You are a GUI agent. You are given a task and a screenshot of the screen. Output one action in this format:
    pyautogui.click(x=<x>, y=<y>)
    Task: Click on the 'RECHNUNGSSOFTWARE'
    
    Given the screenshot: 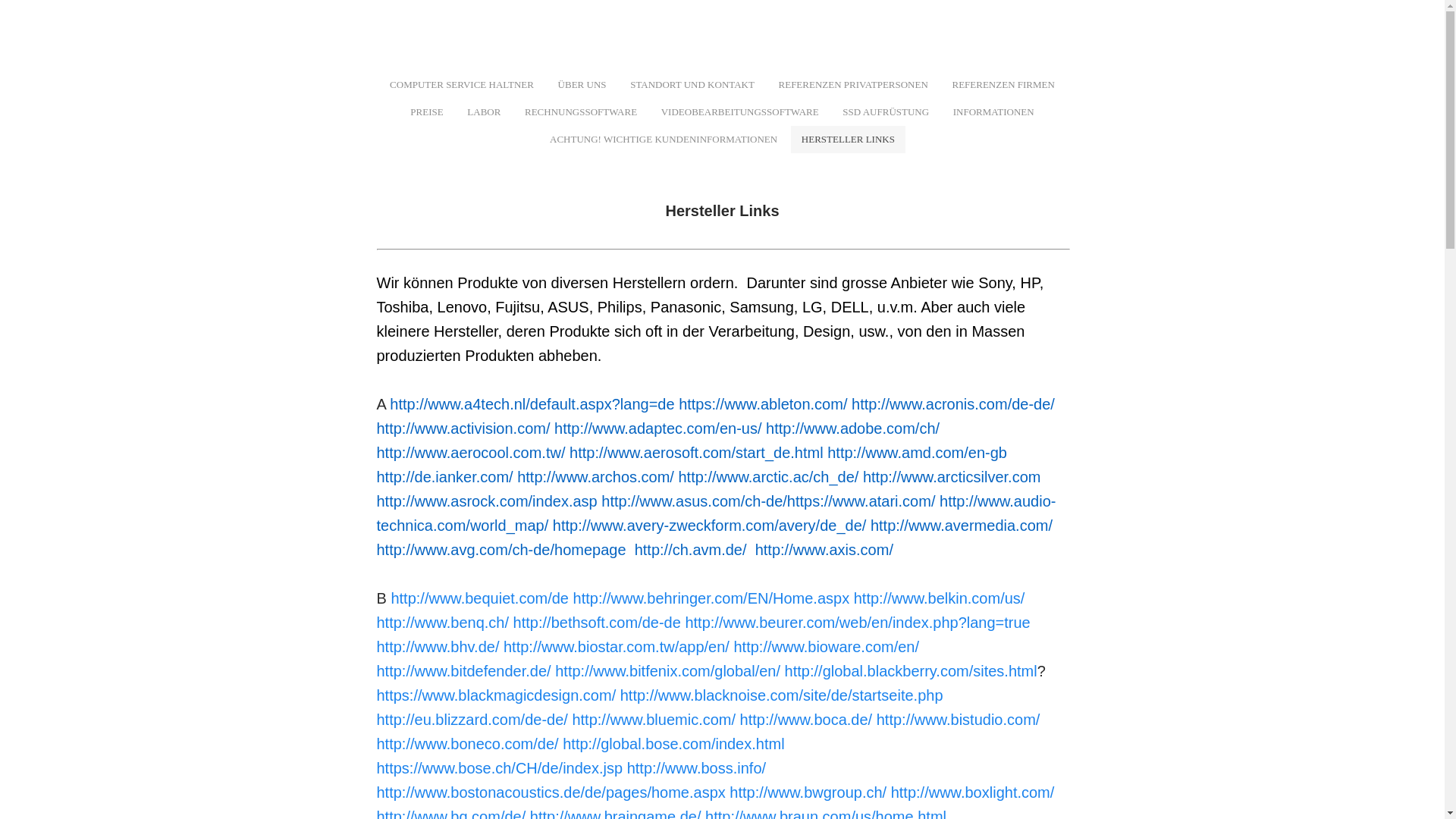 What is the action you would take?
    pyautogui.click(x=580, y=111)
    